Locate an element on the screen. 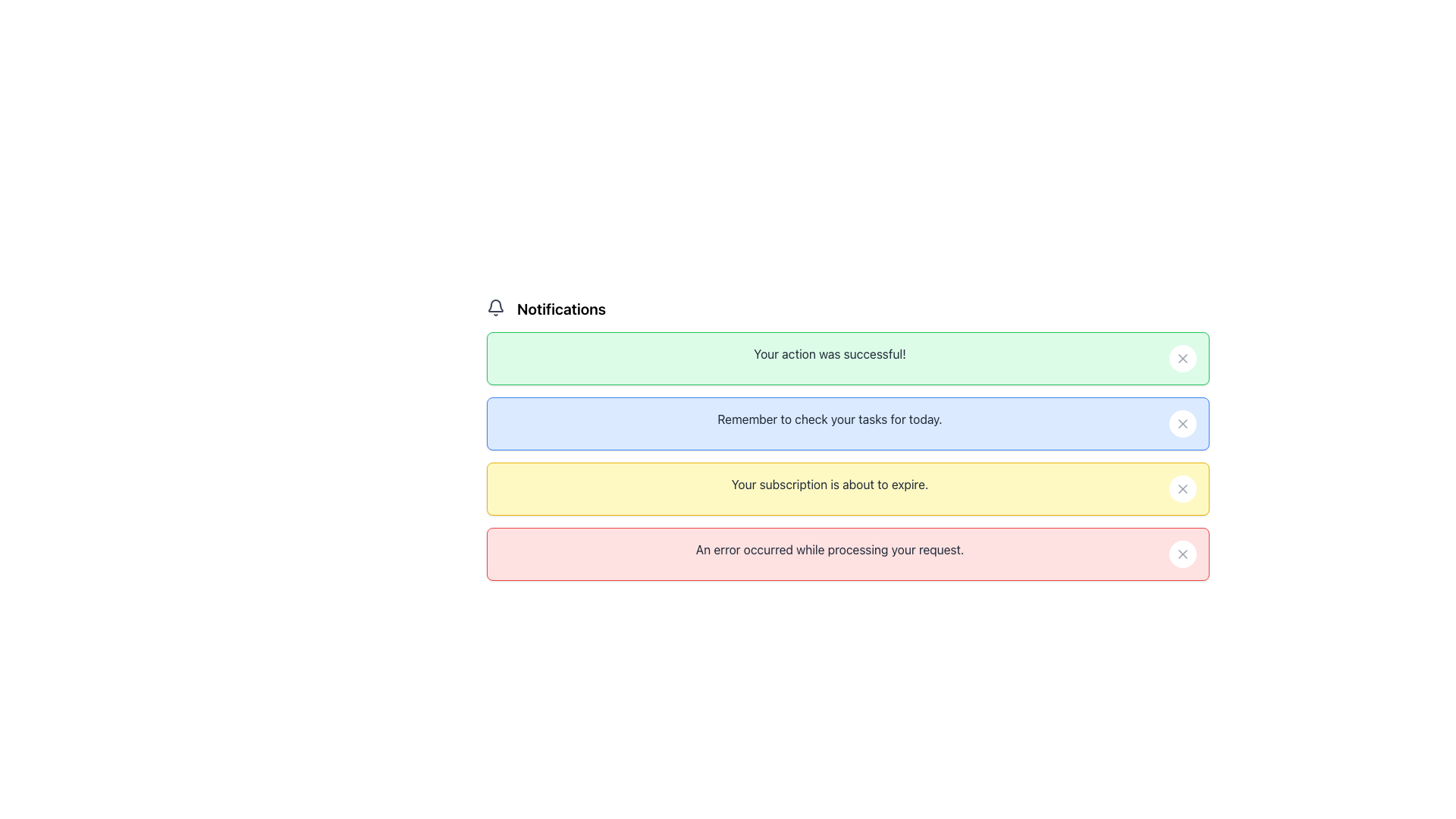  the static text element that displays 'Your subscription is about to expire.' within the third notification card, which has a yellow background and border is located at coordinates (829, 485).